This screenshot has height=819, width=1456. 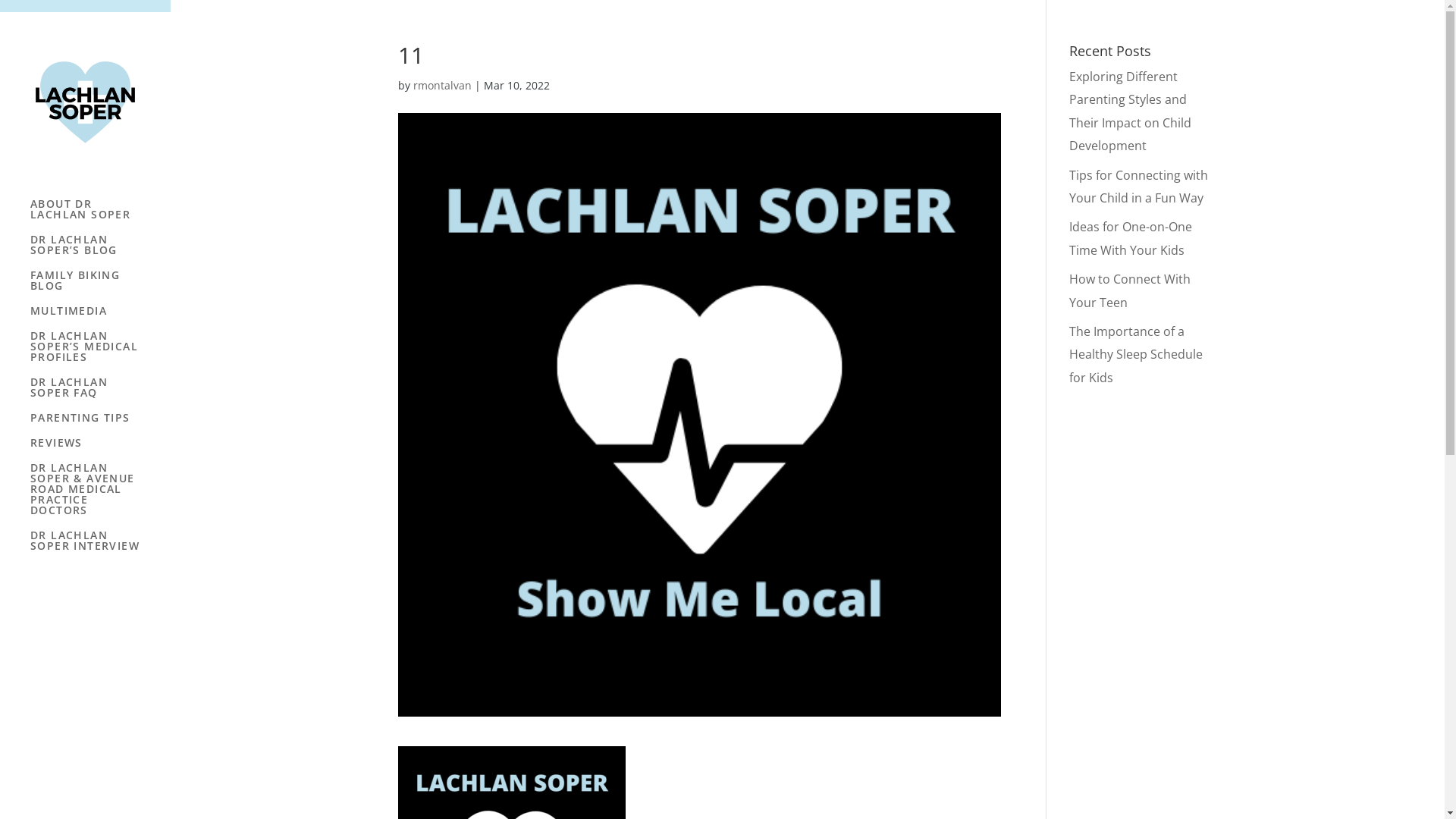 I want to click on 'The Importance of a Healthy Sleep Schedule for Kids', so click(x=1135, y=354).